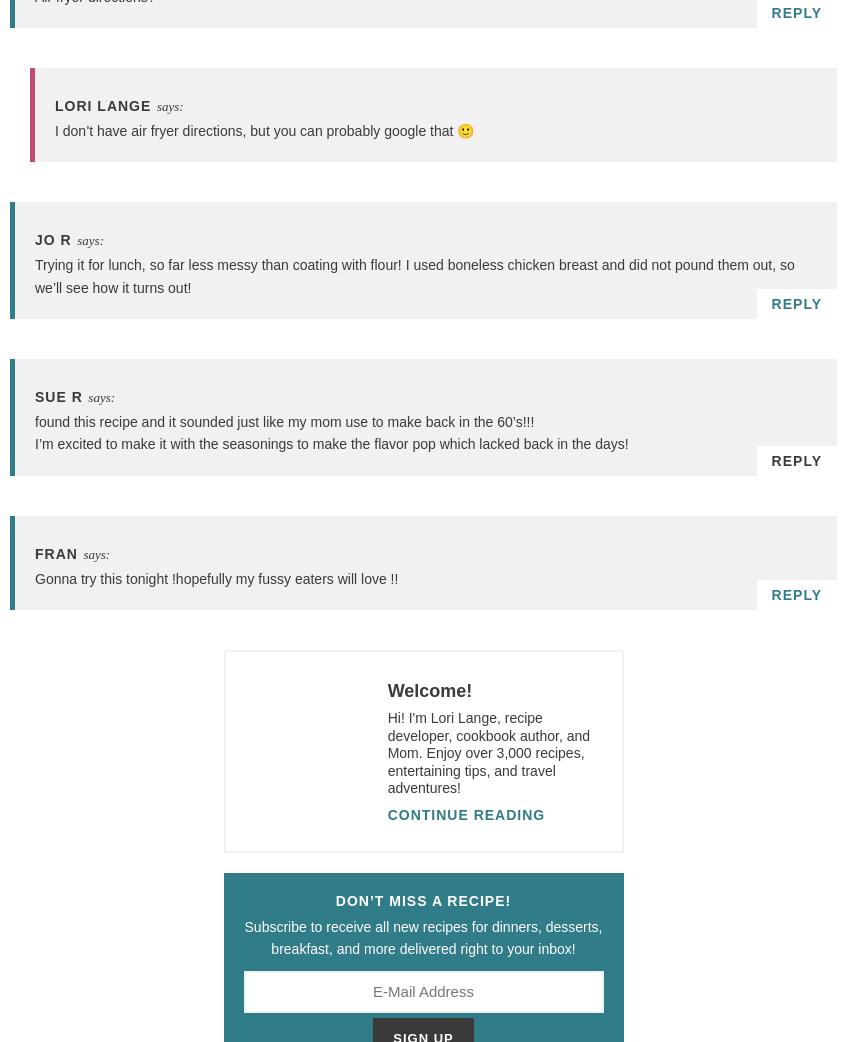  I want to click on 'Subscribe to receive all new recipes for dinners, desserts, breakfast, and more delivered right to your inbox!', so click(423, 936).